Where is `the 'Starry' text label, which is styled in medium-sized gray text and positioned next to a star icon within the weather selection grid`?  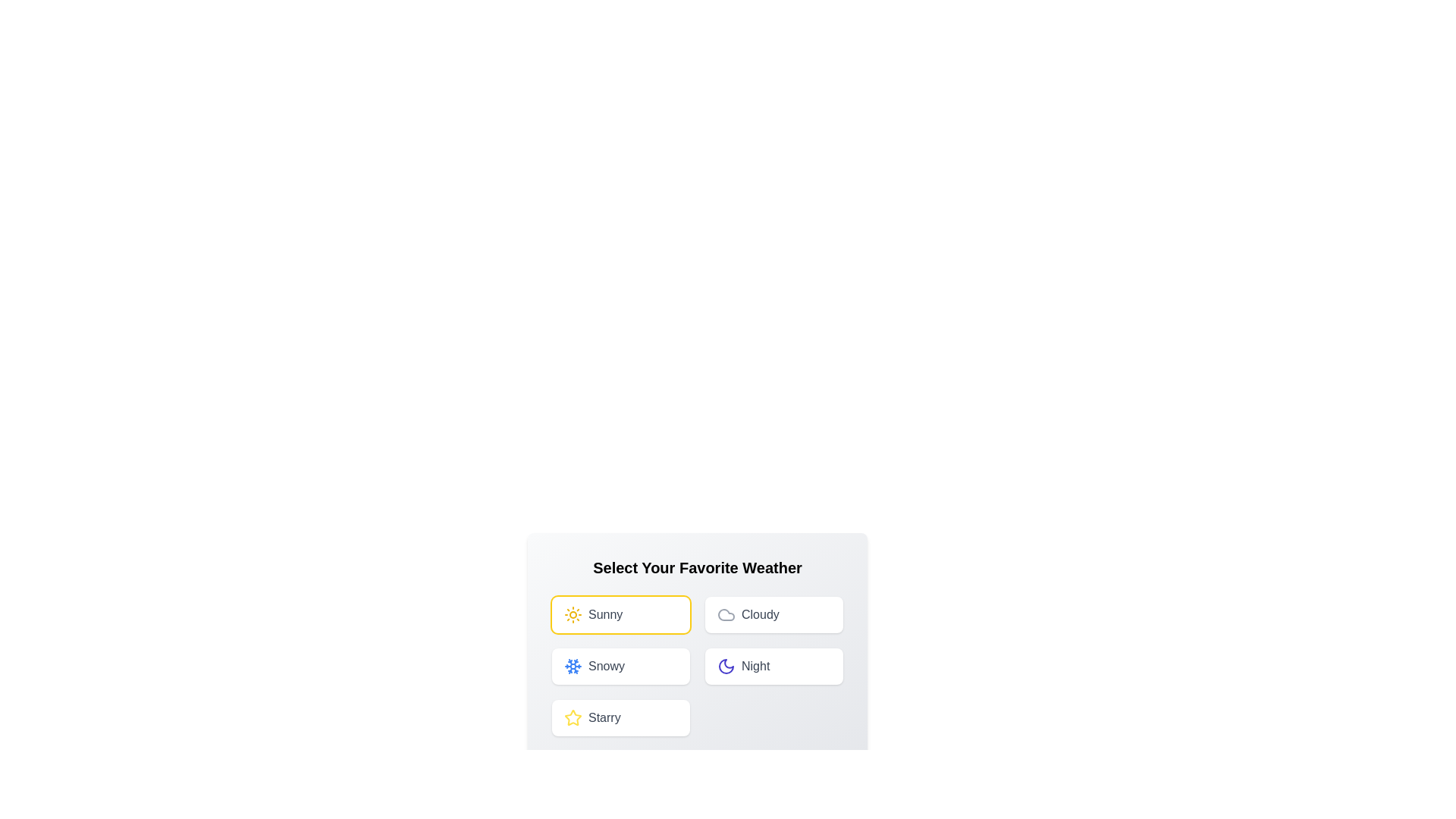 the 'Starry' text label, which is styled in medium-sized gray text and positioned next to a star icon within the weather selection grid is located at coordinates (604, 717).